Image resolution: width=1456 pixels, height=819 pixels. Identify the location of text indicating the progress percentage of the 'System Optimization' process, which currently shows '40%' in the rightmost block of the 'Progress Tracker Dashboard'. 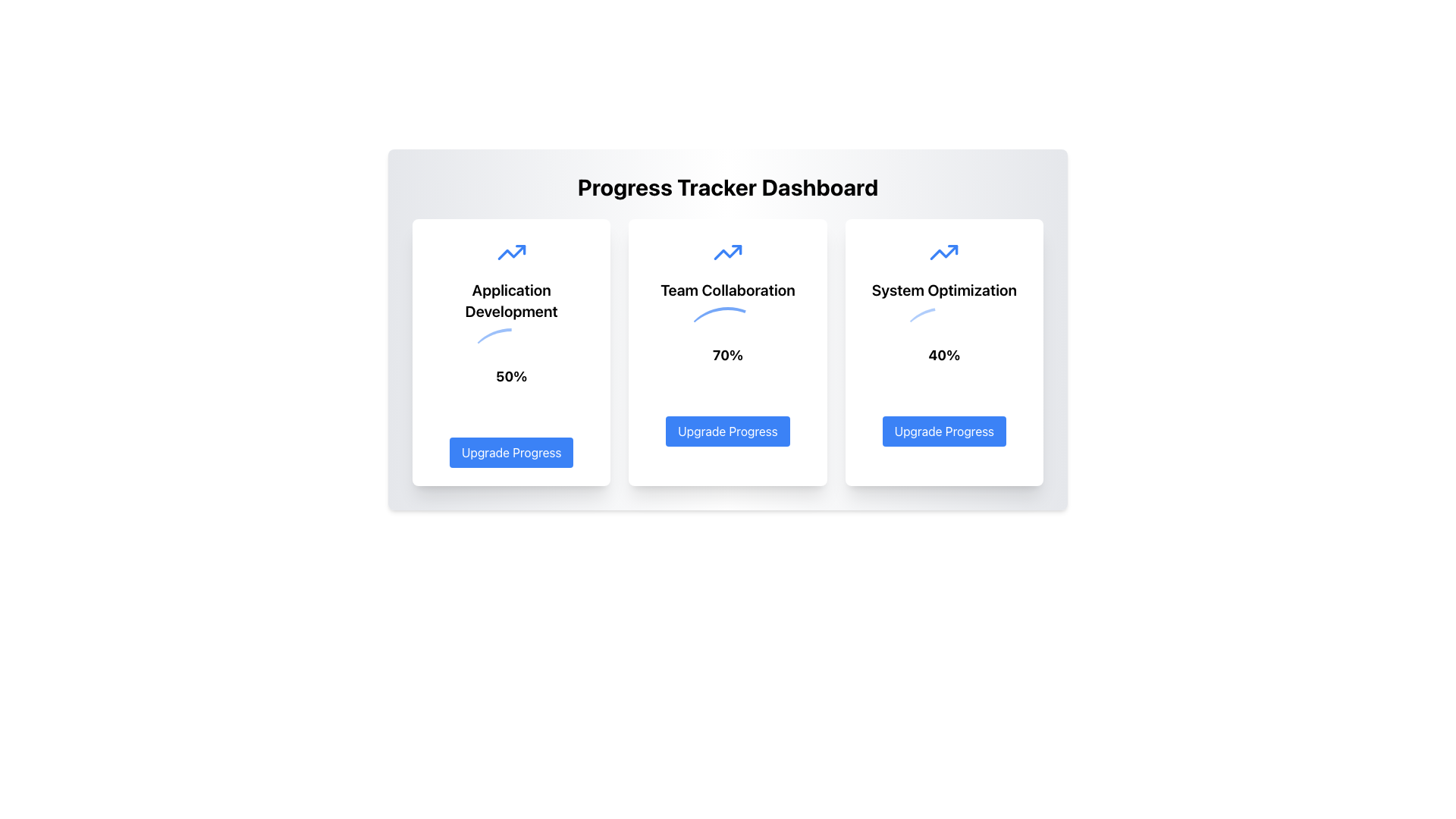
(943, 356).